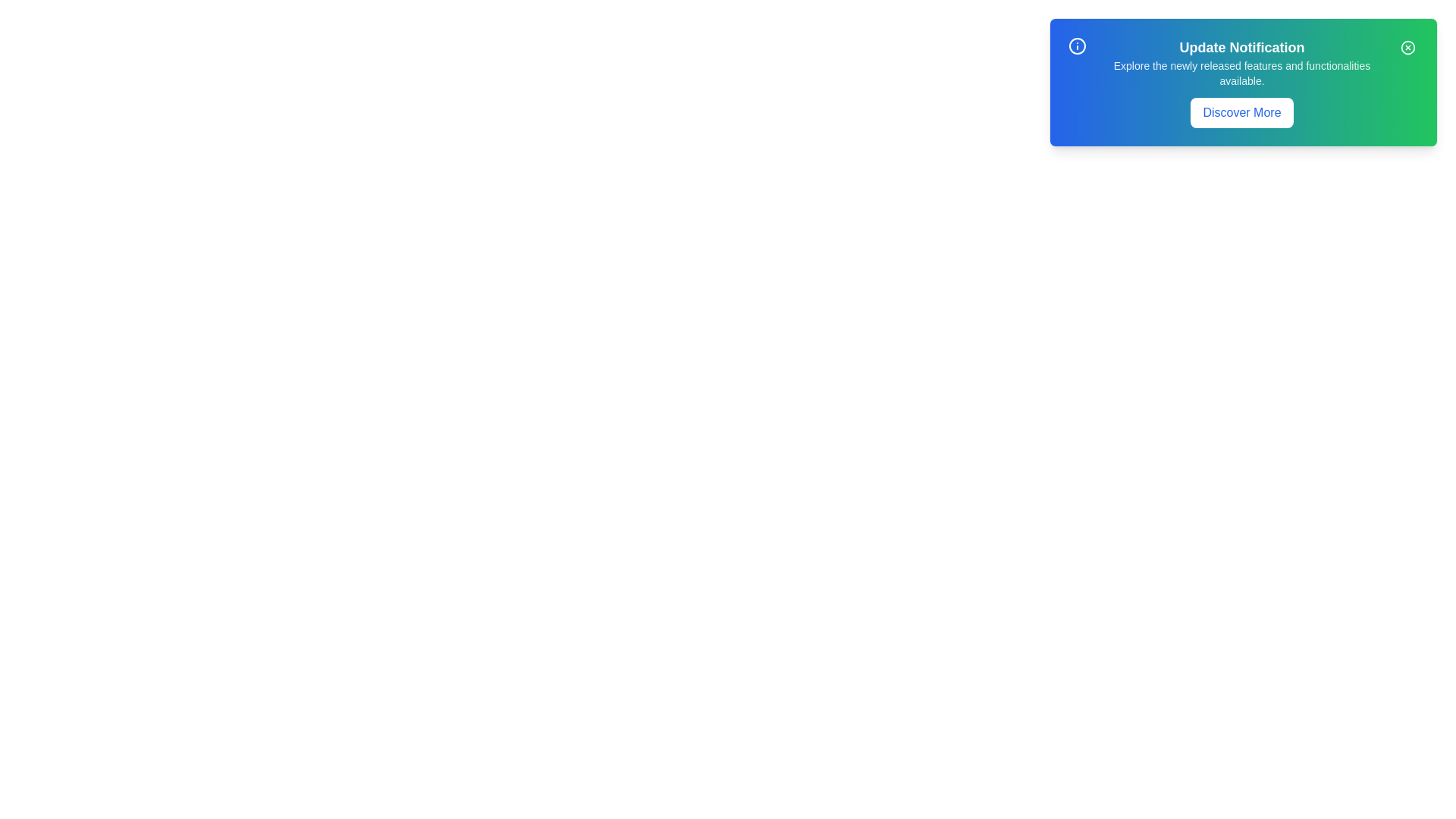  I want to click on close button to dismiss the notification, so click(1407, 46).